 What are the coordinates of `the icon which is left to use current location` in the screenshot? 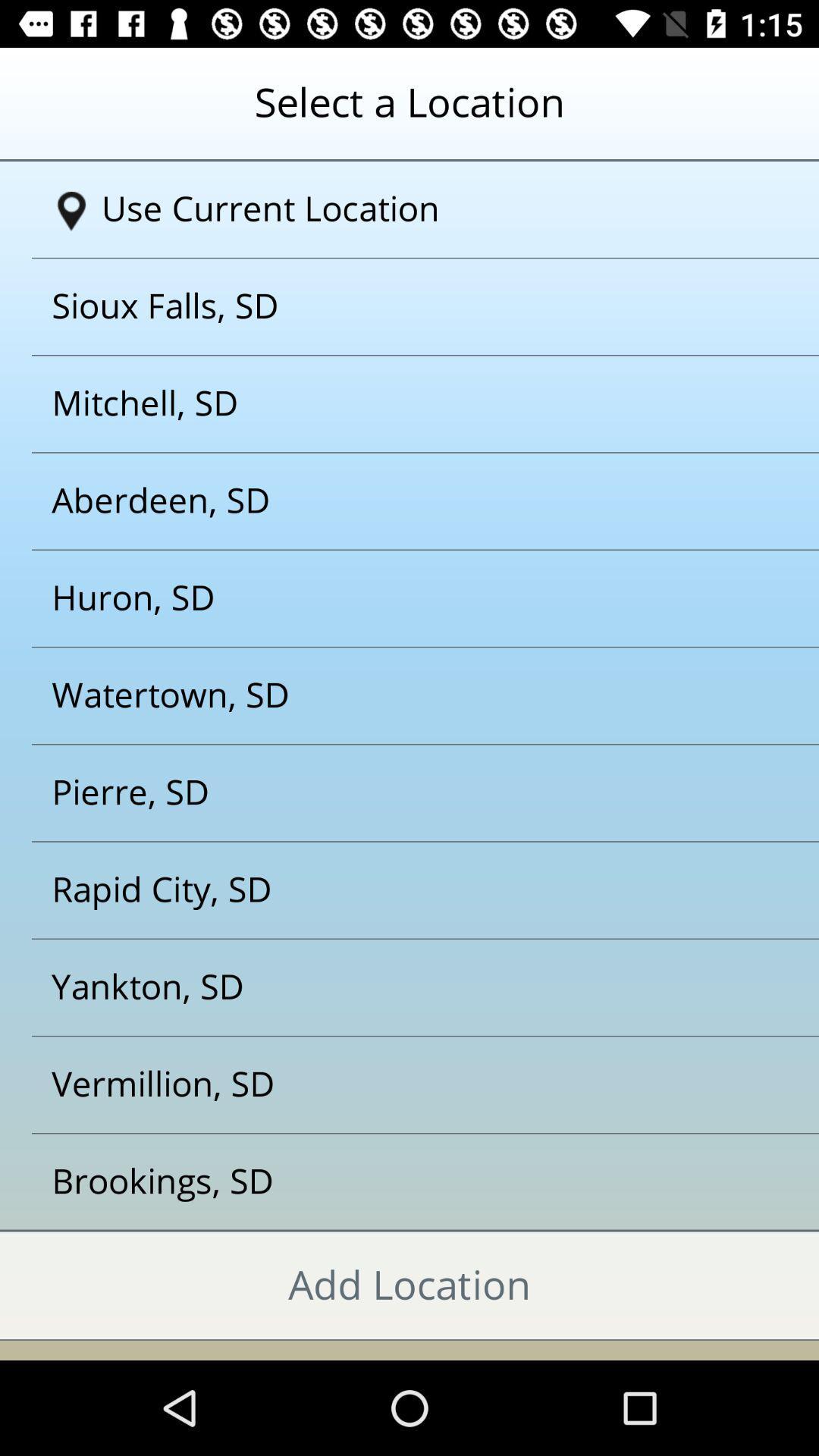 It's located at (71, 210).